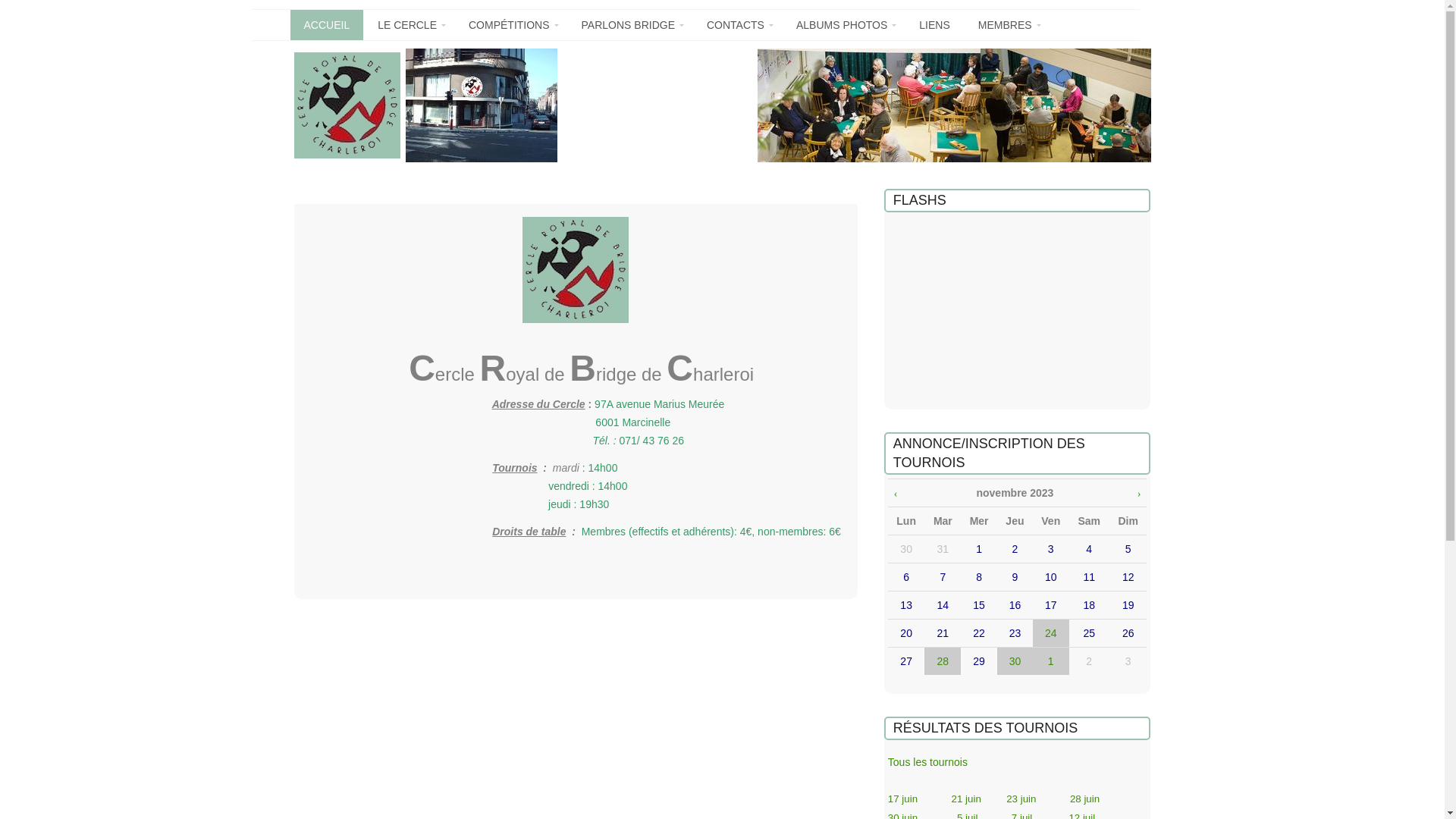  I want to click on '23 juin', so click(1021, 798).